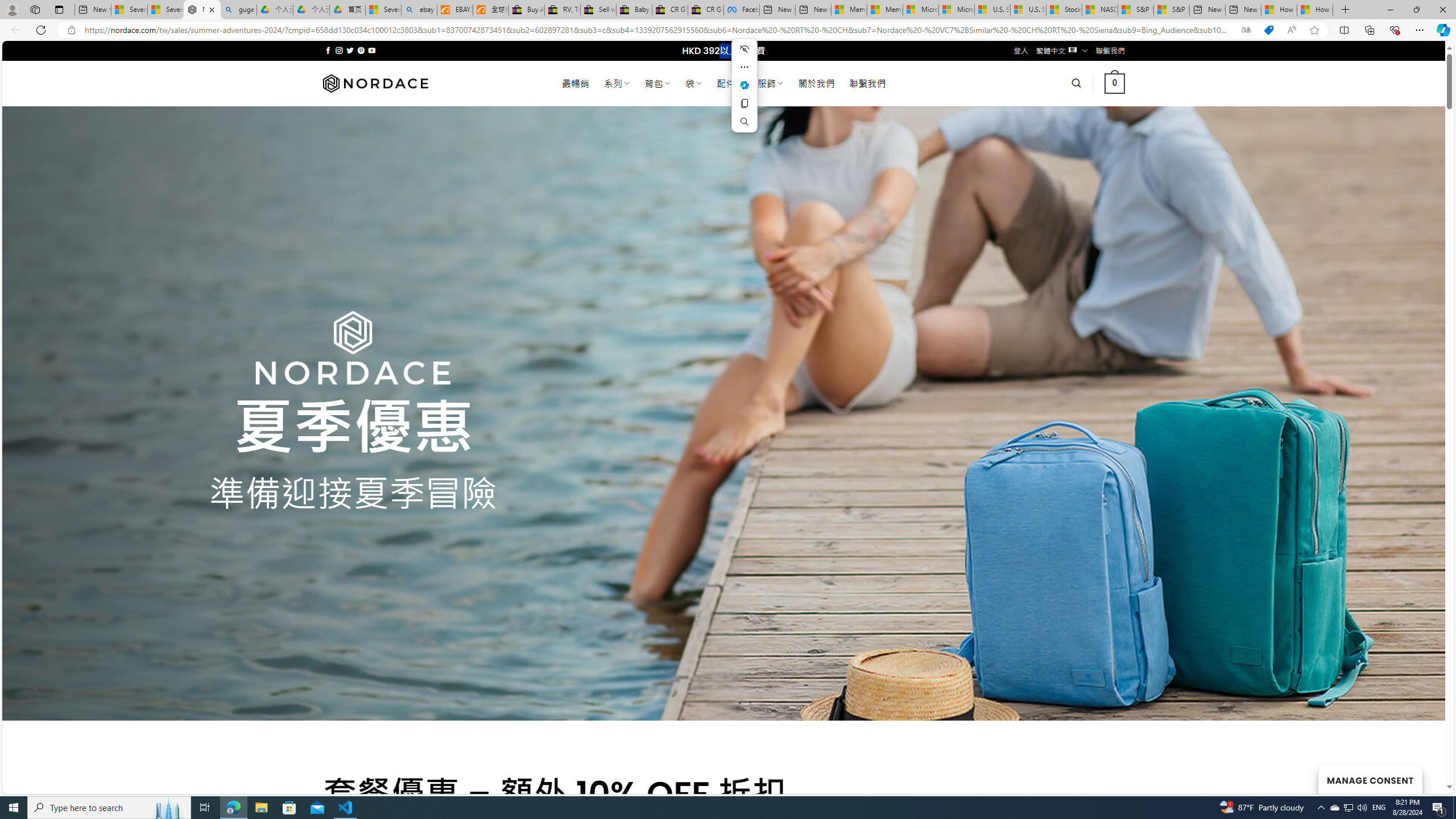  What do you see at coordinates (744, 85) in the screenshot?
I see `'Mini menu on text selection'` at bounding box center [744, 85].